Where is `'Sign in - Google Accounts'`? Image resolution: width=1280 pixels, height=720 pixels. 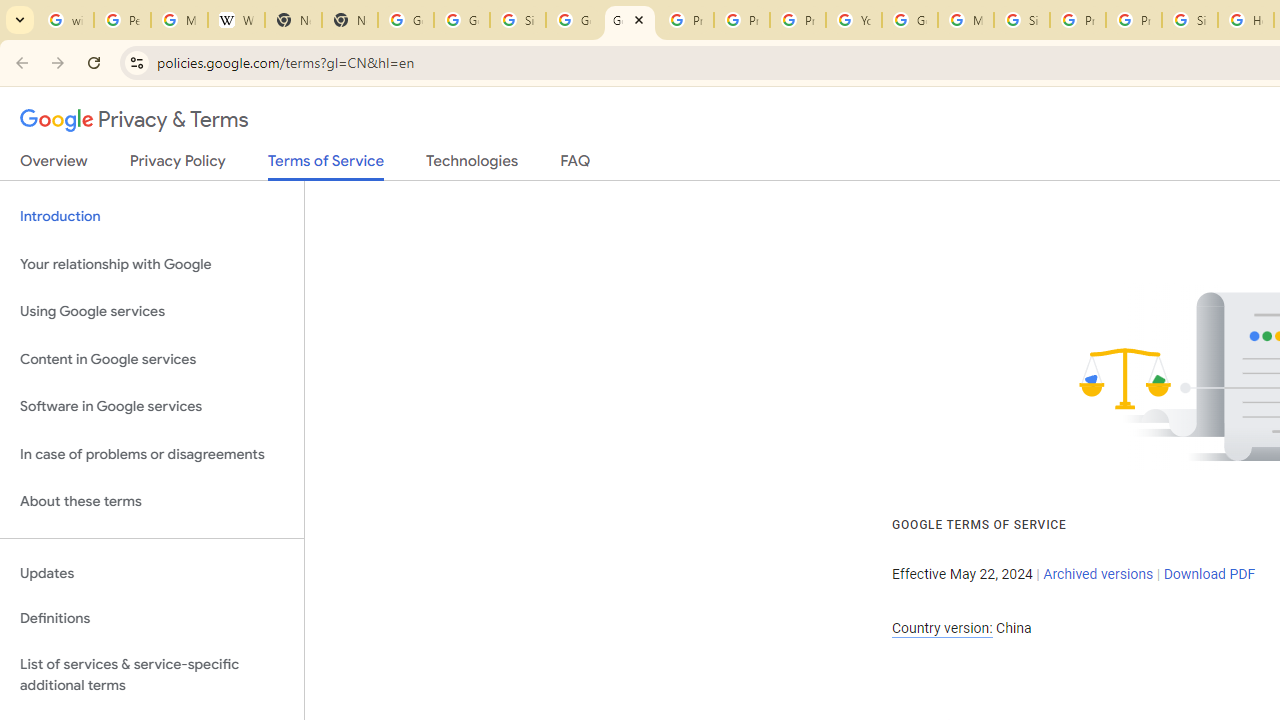
'Sign in - Google Accounts' is located at coordinates (1022, 20).